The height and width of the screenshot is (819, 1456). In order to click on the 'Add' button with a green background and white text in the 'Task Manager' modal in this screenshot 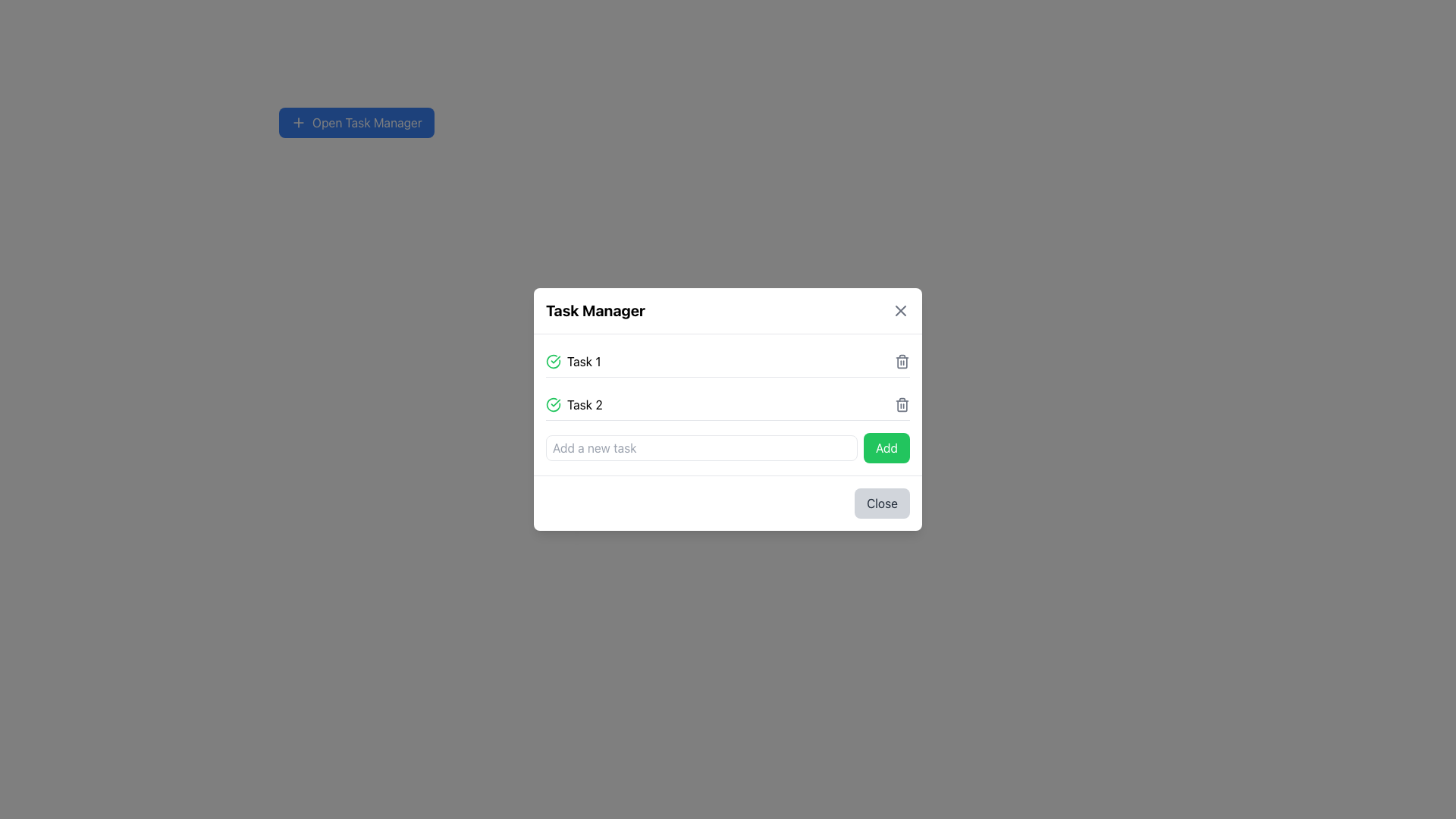, I will do `click(886, 447)`.